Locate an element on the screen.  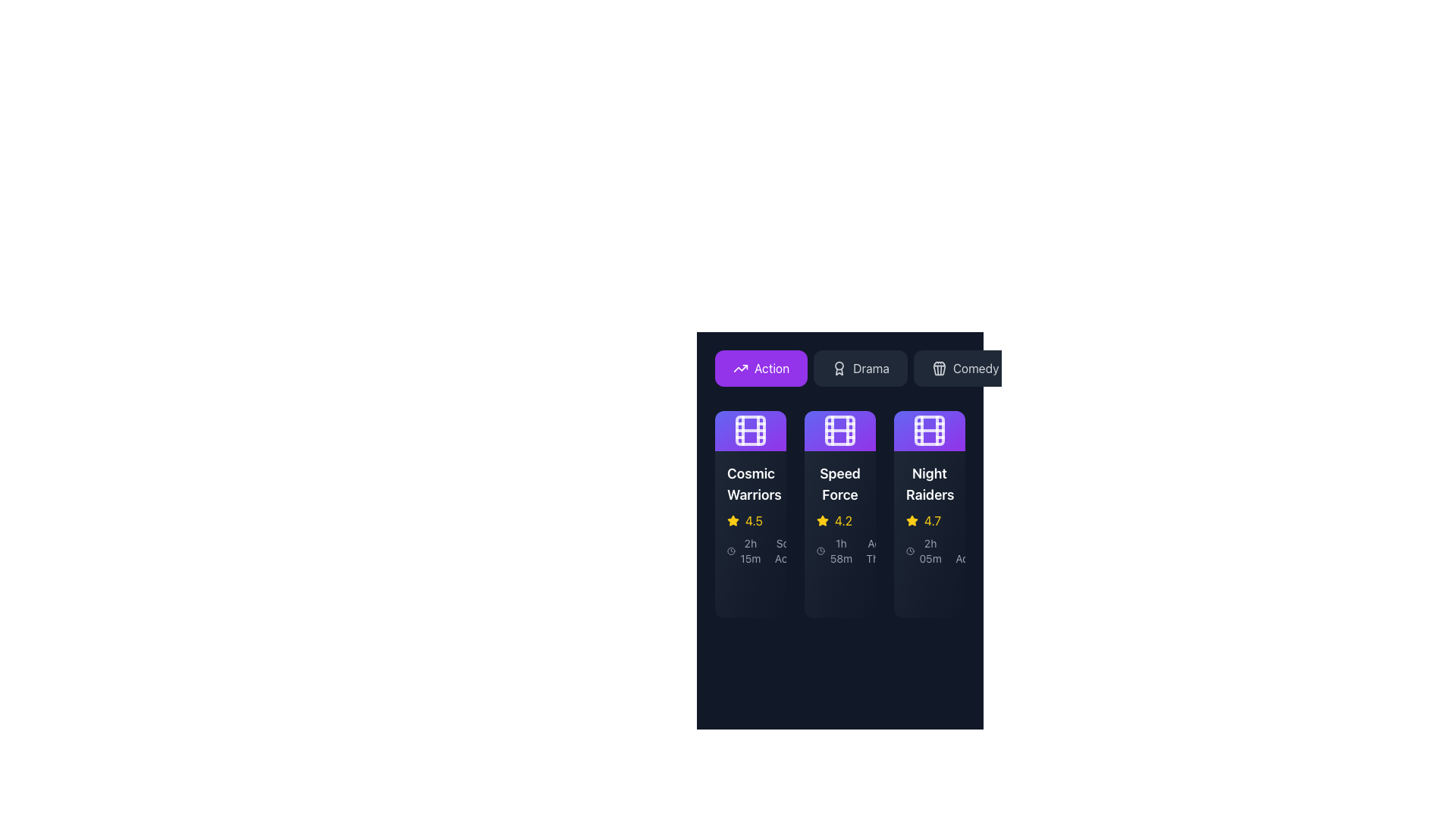
the small, filled yellow star icon located to the left of the numeric text '4.2' within the movie information card labeled 'Speed Force' is located at coordinates (821, 519).